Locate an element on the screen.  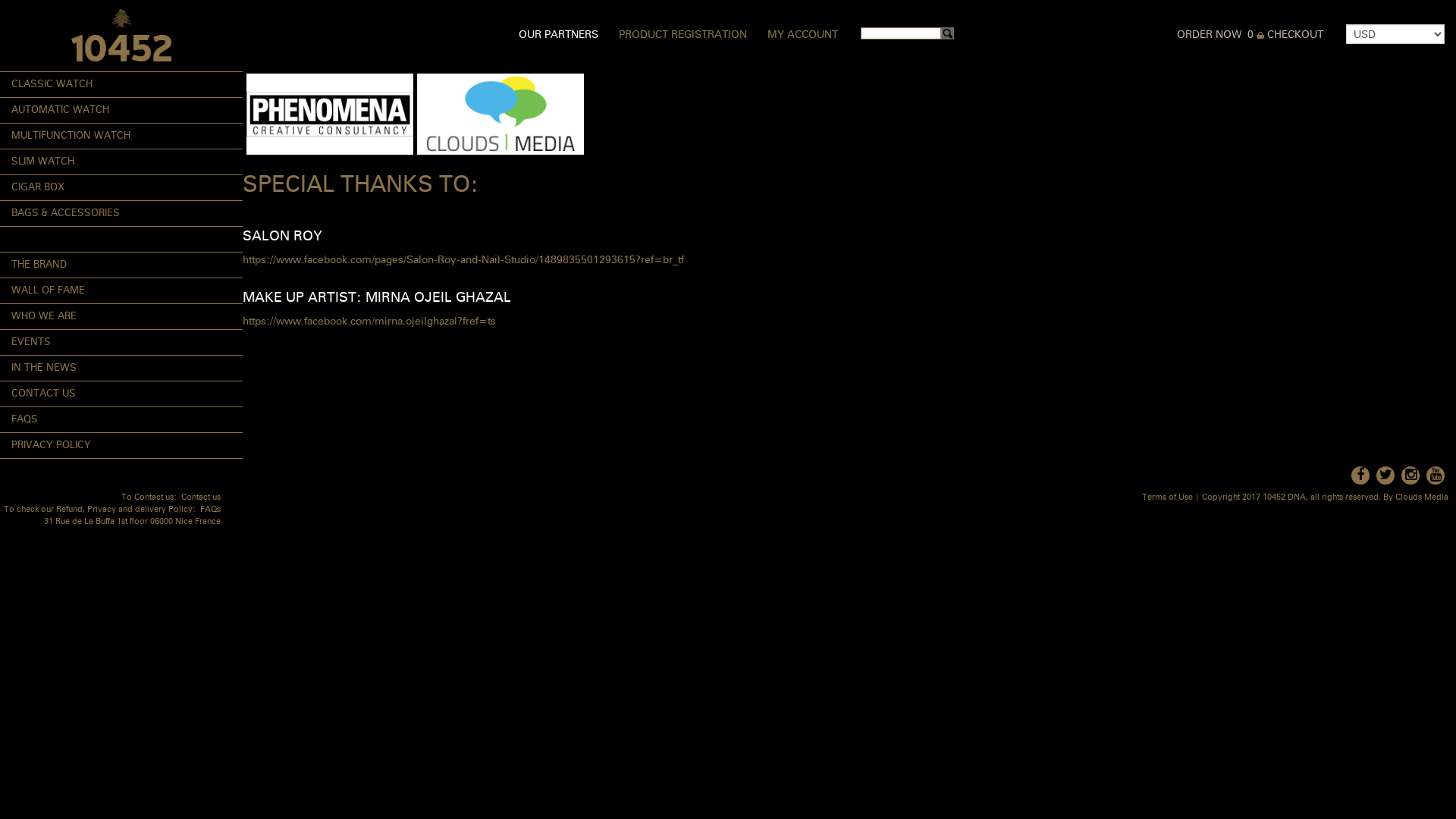
'PRODUCT REGISTRATION' is located at coordinates (682, 34).